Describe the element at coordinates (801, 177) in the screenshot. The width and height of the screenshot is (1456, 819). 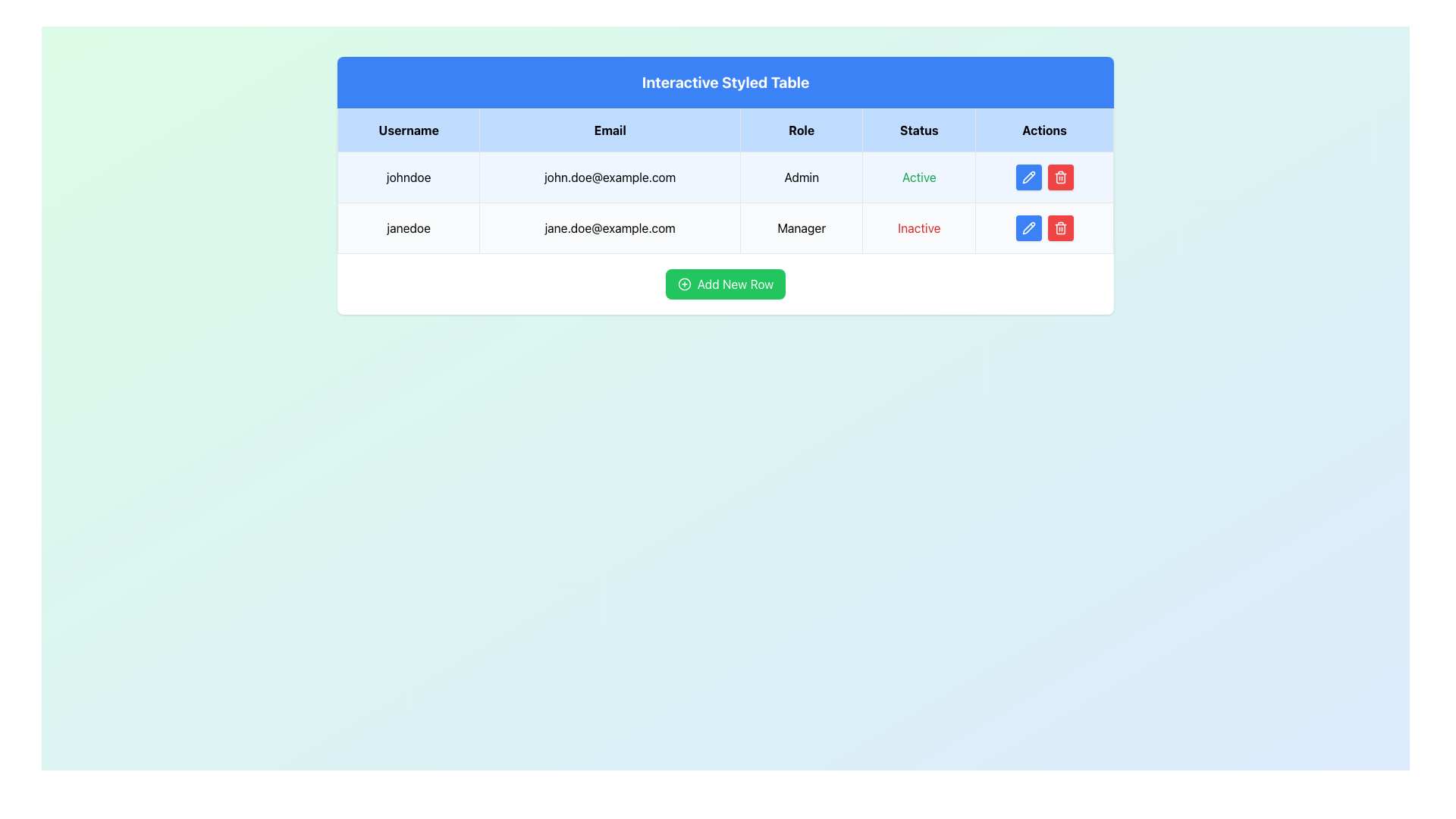
I see `the text label reading 'Admin' in the Role column for user 'johndoe'` at that location.